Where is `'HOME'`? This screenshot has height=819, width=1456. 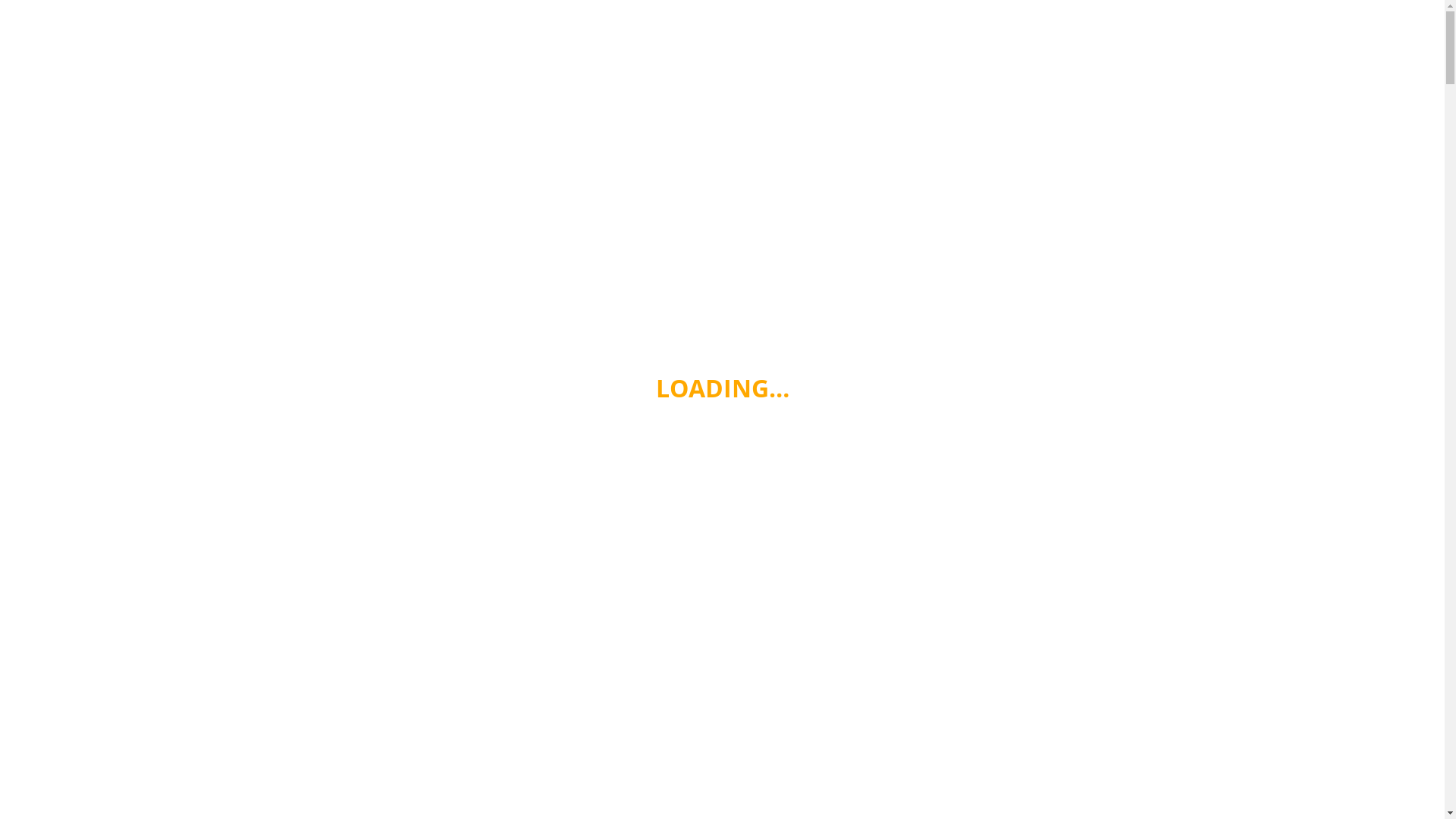
'HOME' is located at coordinates (605, 20).